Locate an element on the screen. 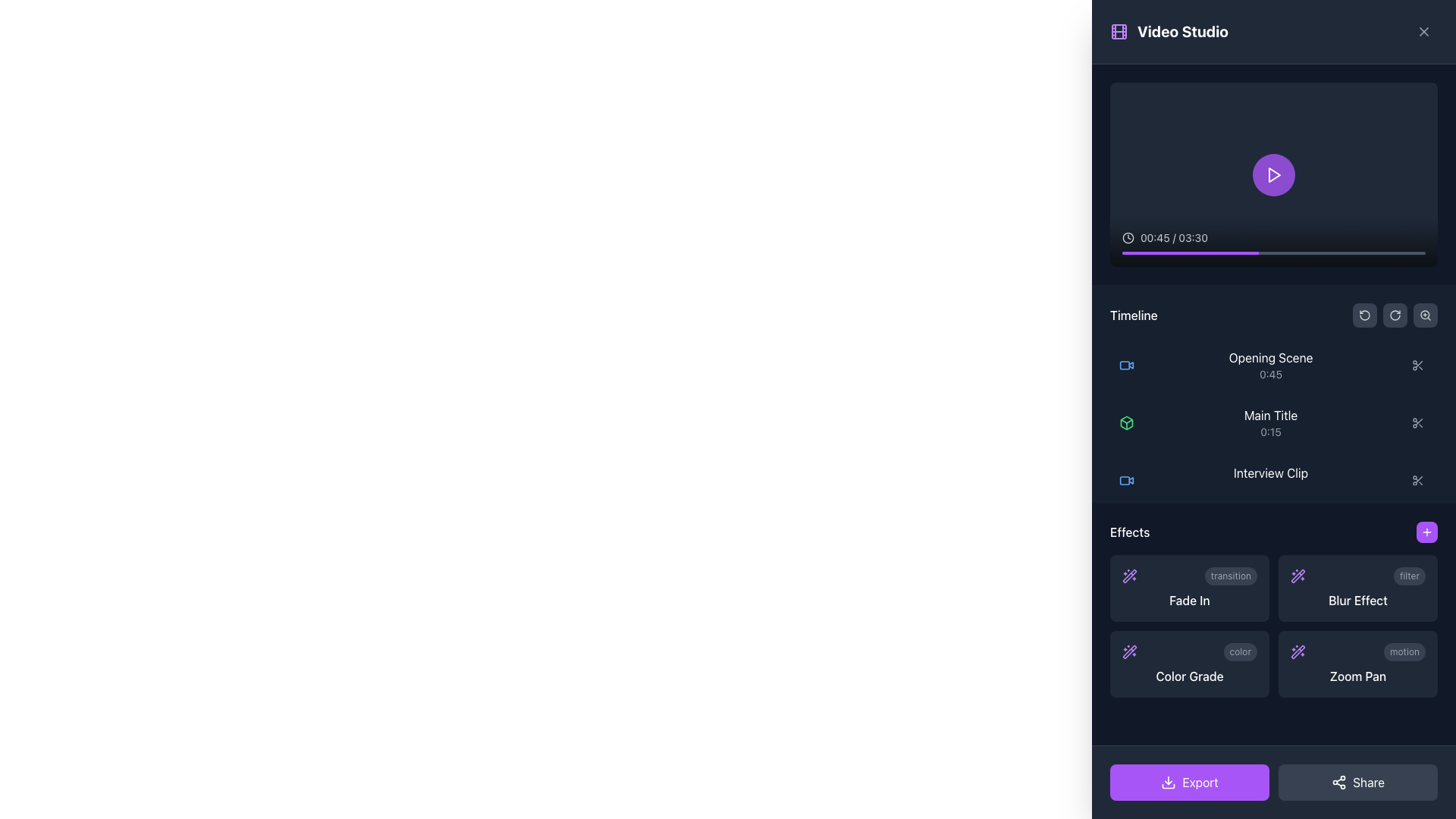  the close button icon located at the rightmost side of the top bar next to the title 'Video Studio' is located at coordinates (1423, 32).